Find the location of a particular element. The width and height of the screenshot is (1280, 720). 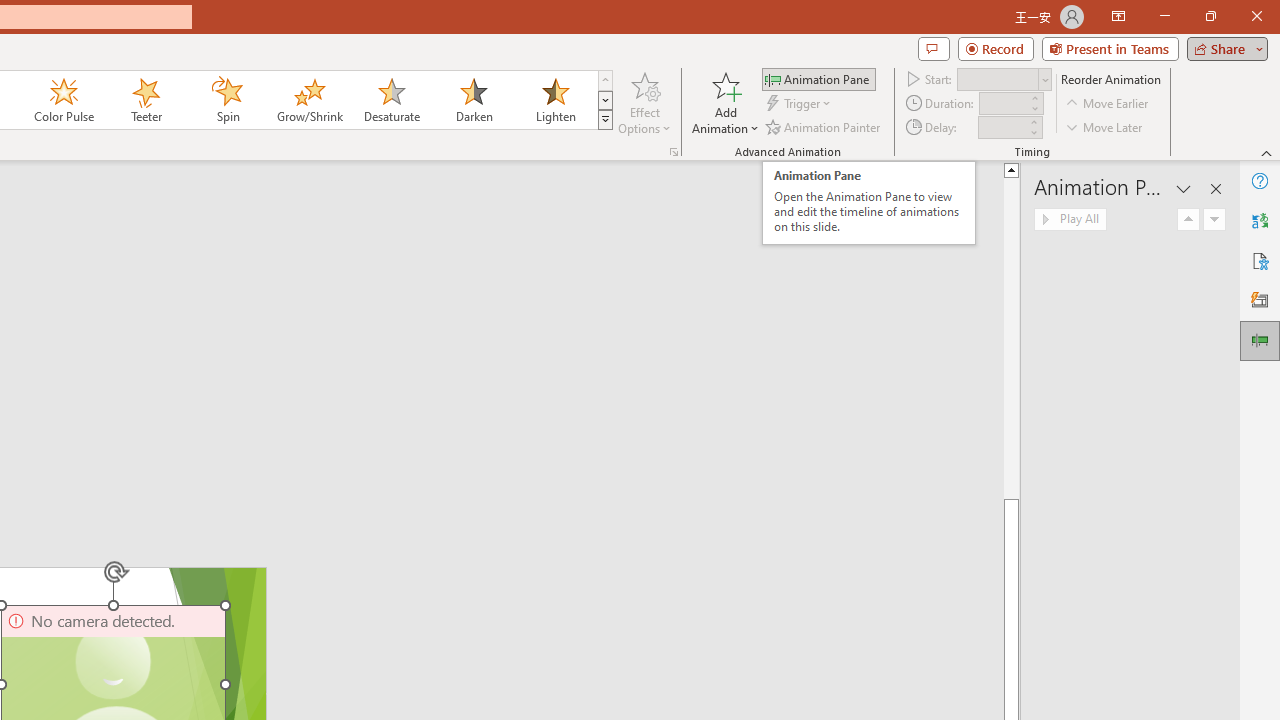

'Desaturate' is located at coordinates (391, 100).